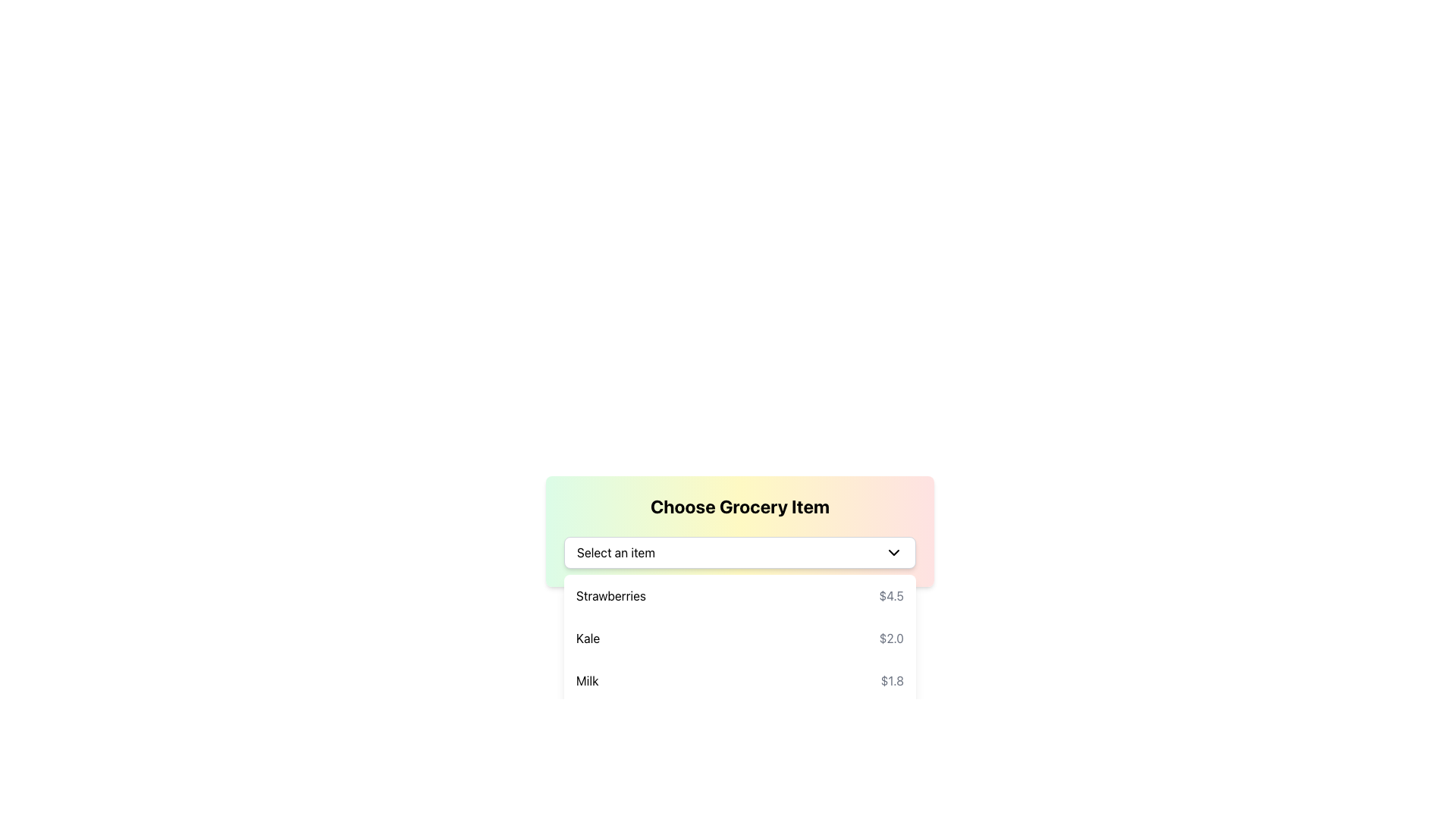 The image size is (1456, 819). What do you see at coordinates (739, 553) in the screenshot?
I see `the dropdown menu for selecting grocery items located under the title 'Choose Grocery Item'` at bounding box center [739, 553].